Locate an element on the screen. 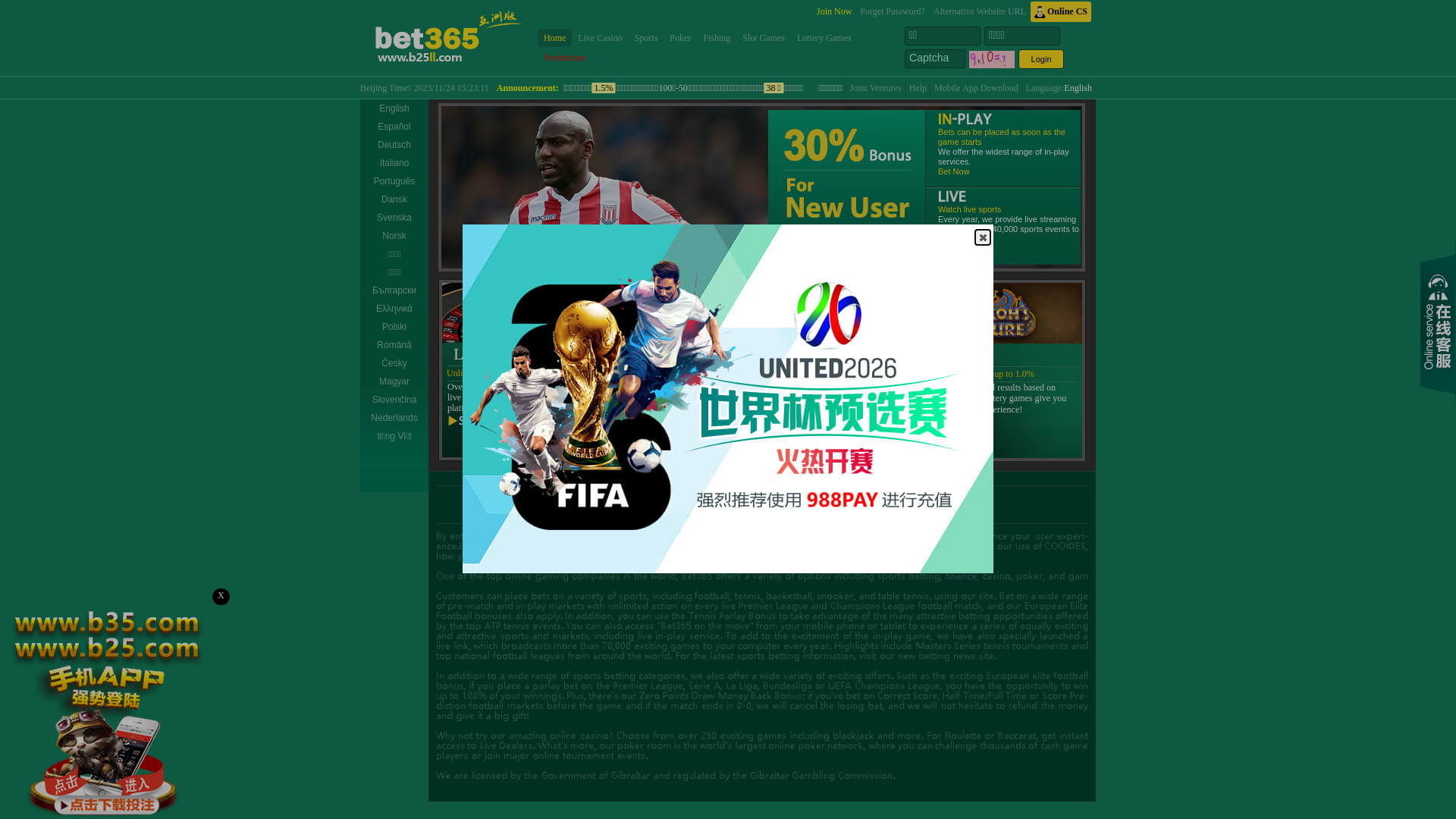 Image resolution: width=1456 pixels, height=819 pixels. 'Polski' is located at coordinates (394, 326).